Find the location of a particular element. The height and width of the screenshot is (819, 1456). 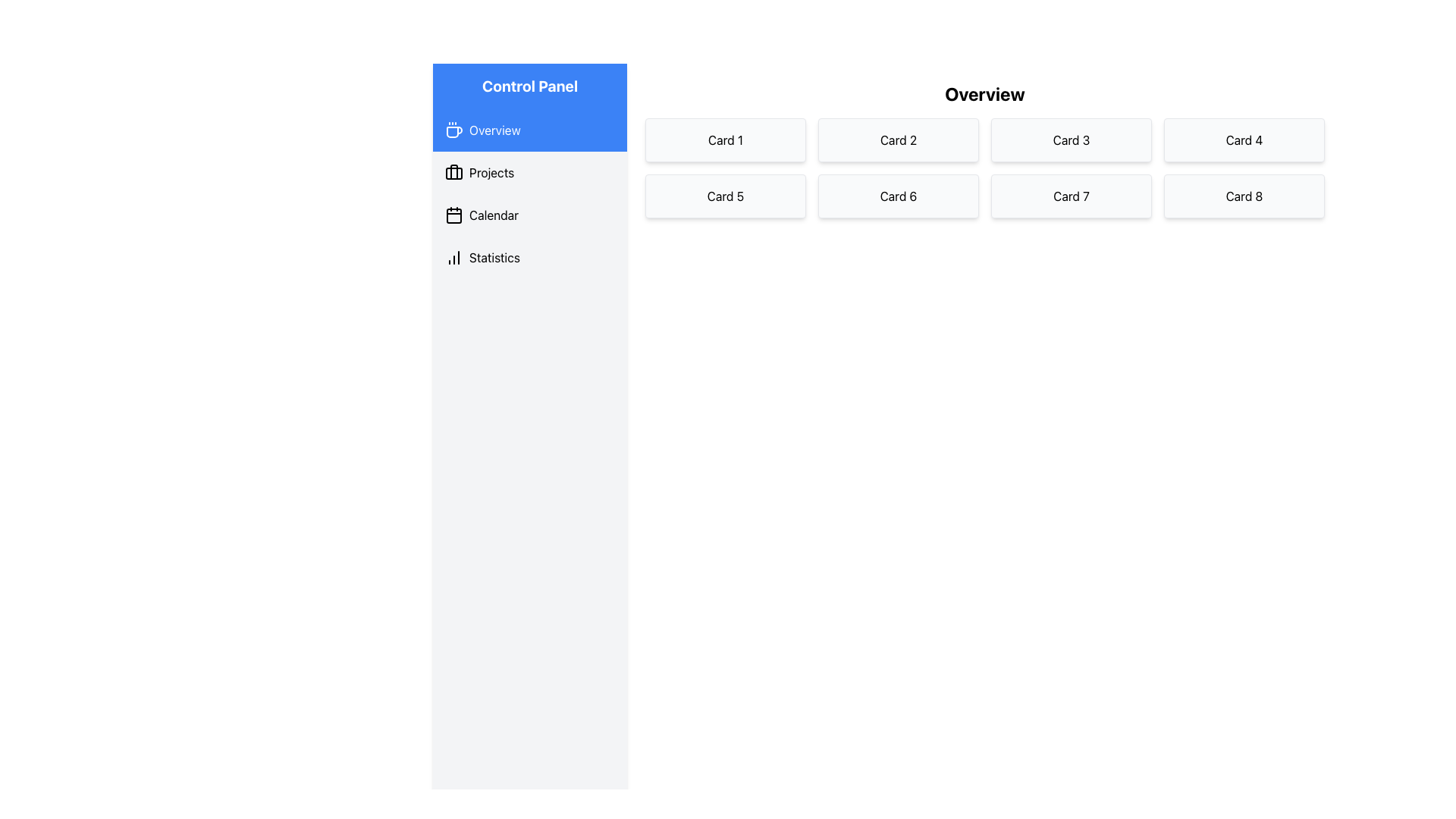

the main body of the briefcase icon in the 'Projects' row of the sidebar, which is a rectangular vector graphic with rounded corners is located at coordinates (453, 172).